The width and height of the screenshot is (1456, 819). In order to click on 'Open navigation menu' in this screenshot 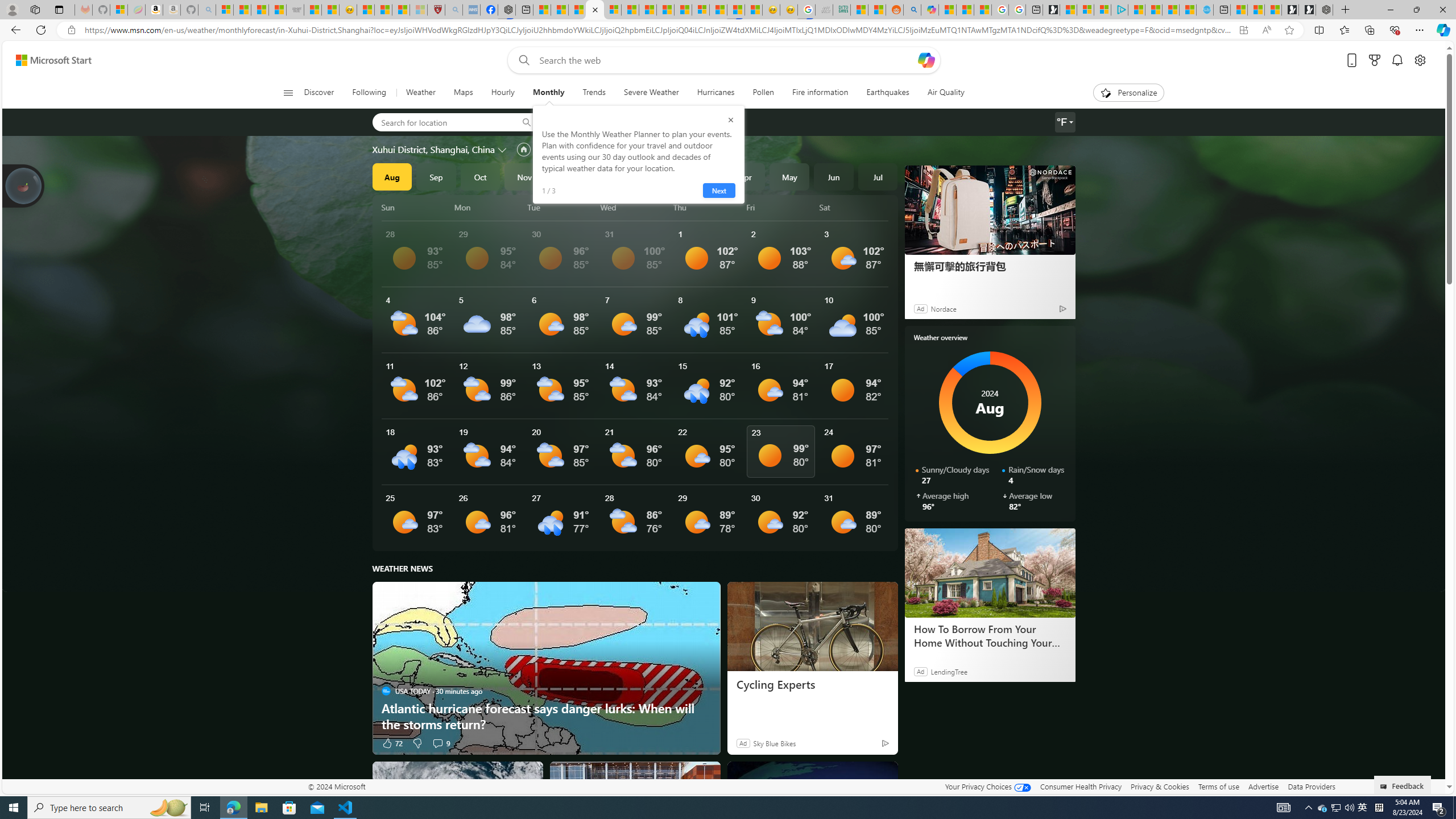, I will do `click(287, 92)`.